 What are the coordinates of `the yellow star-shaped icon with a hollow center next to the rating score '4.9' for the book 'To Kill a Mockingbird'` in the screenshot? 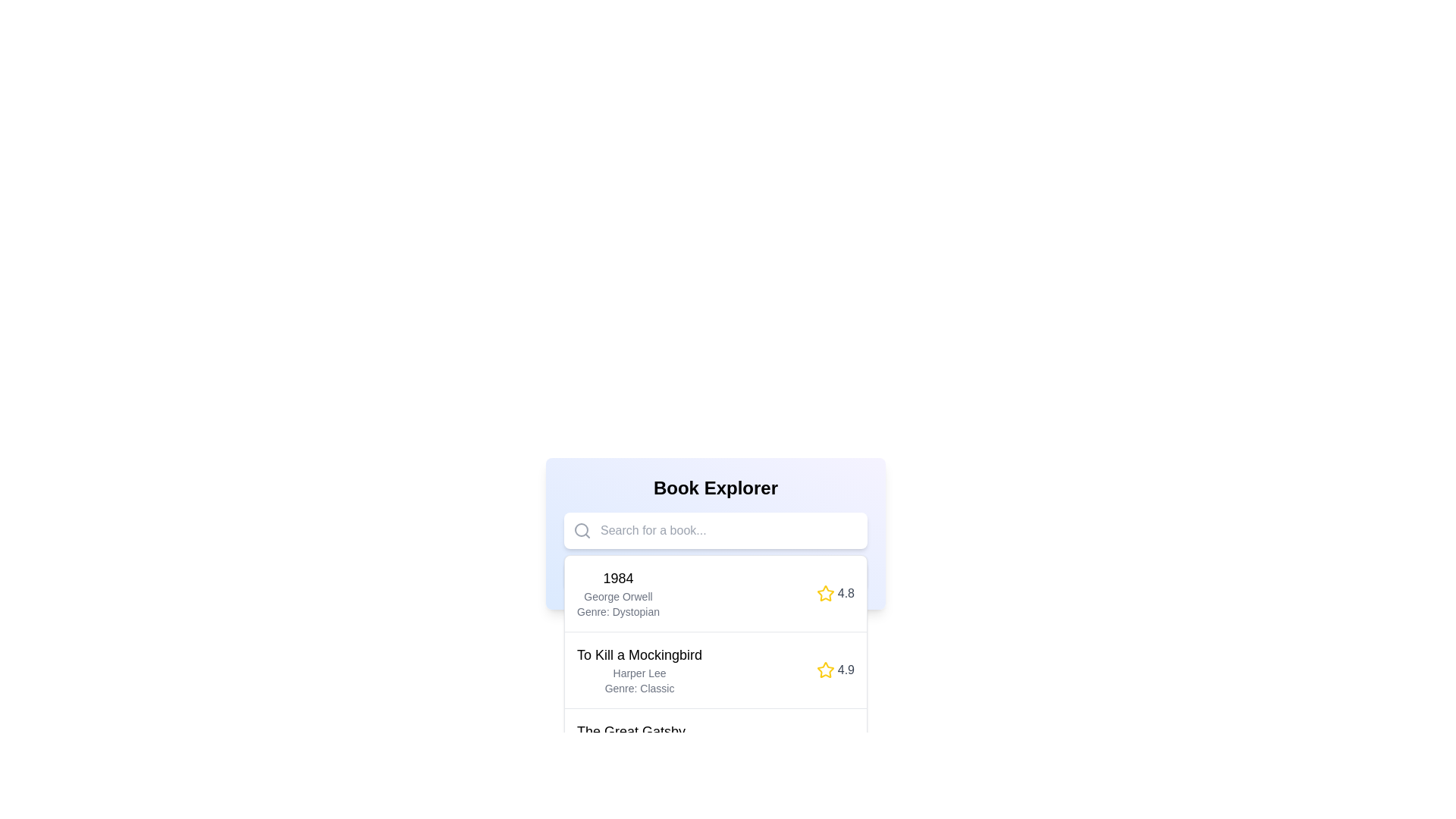 It's located at (824, 669).